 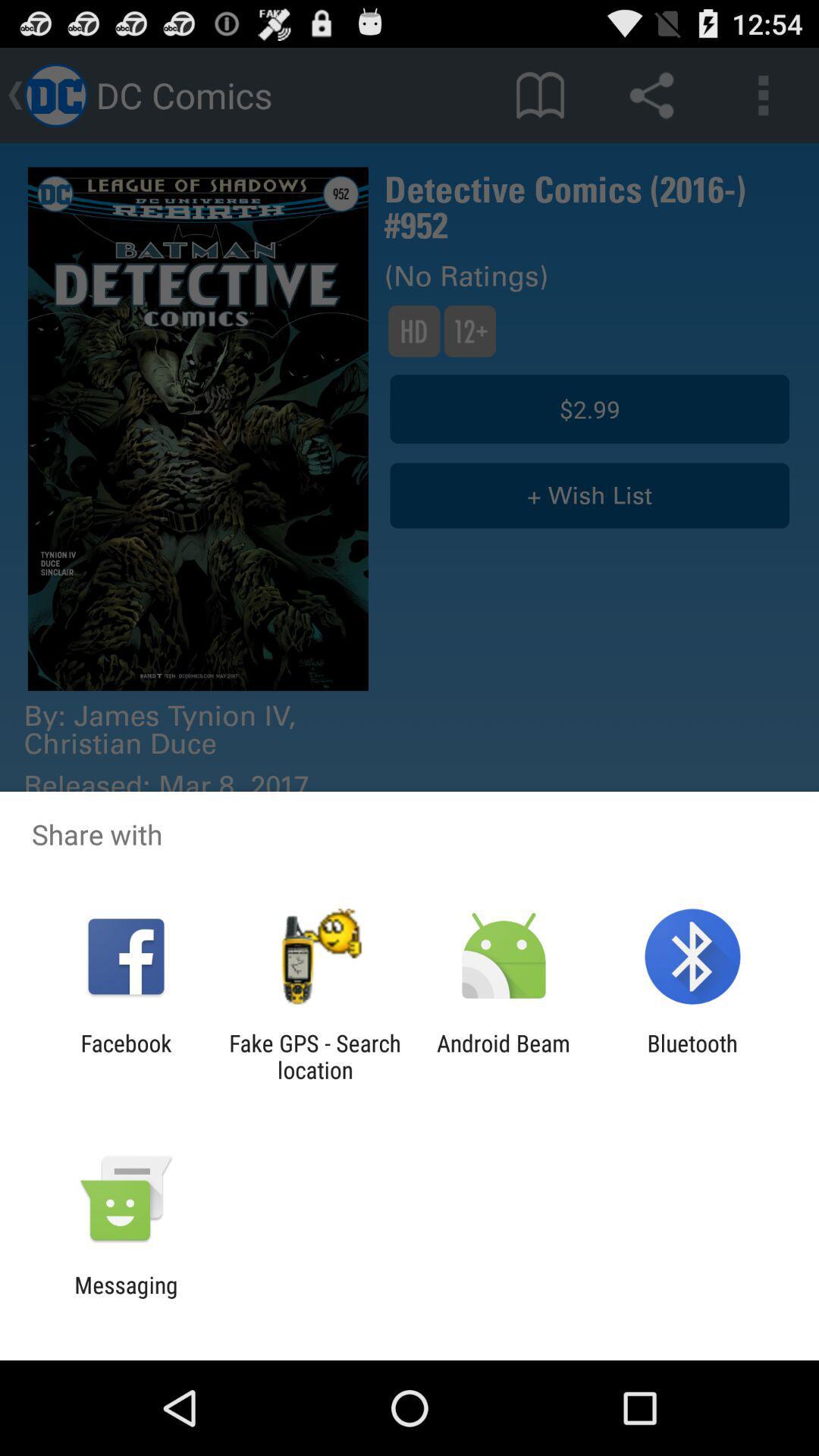 I want to click on the icon next to fake gps search, so click(x=504, y=1056).